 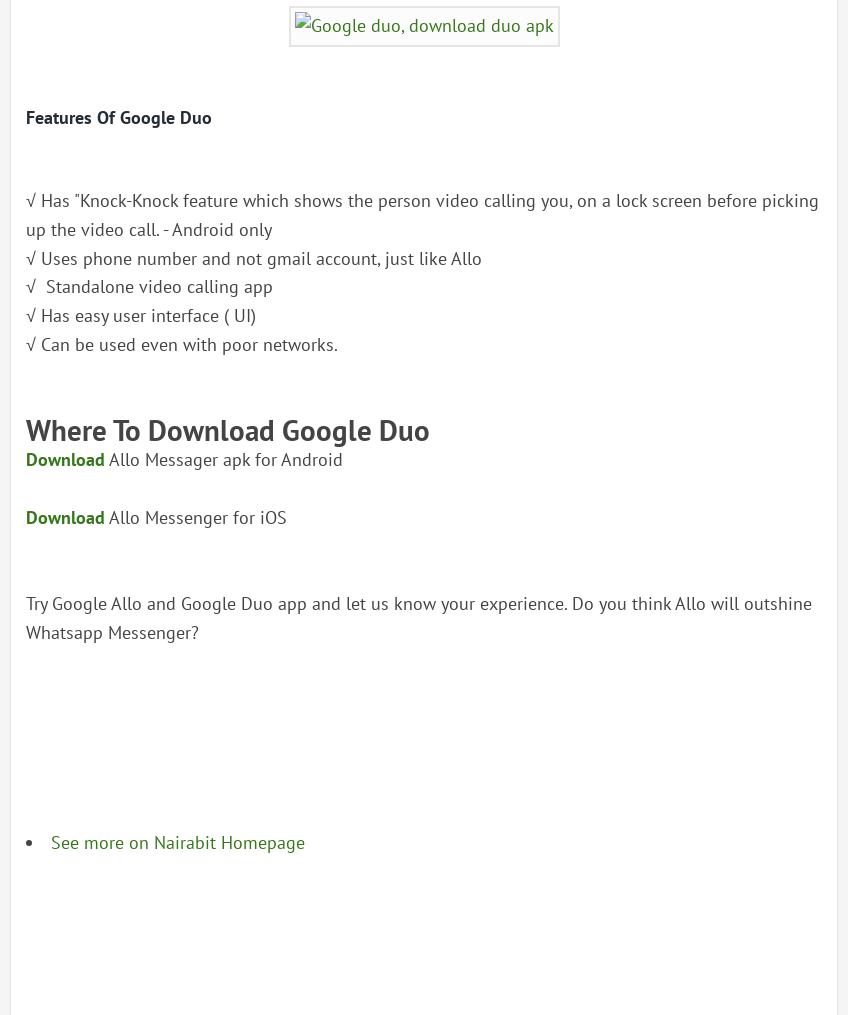 I want to click on '√ Has easy user interface ( UI)', so click(x=139, y=314).